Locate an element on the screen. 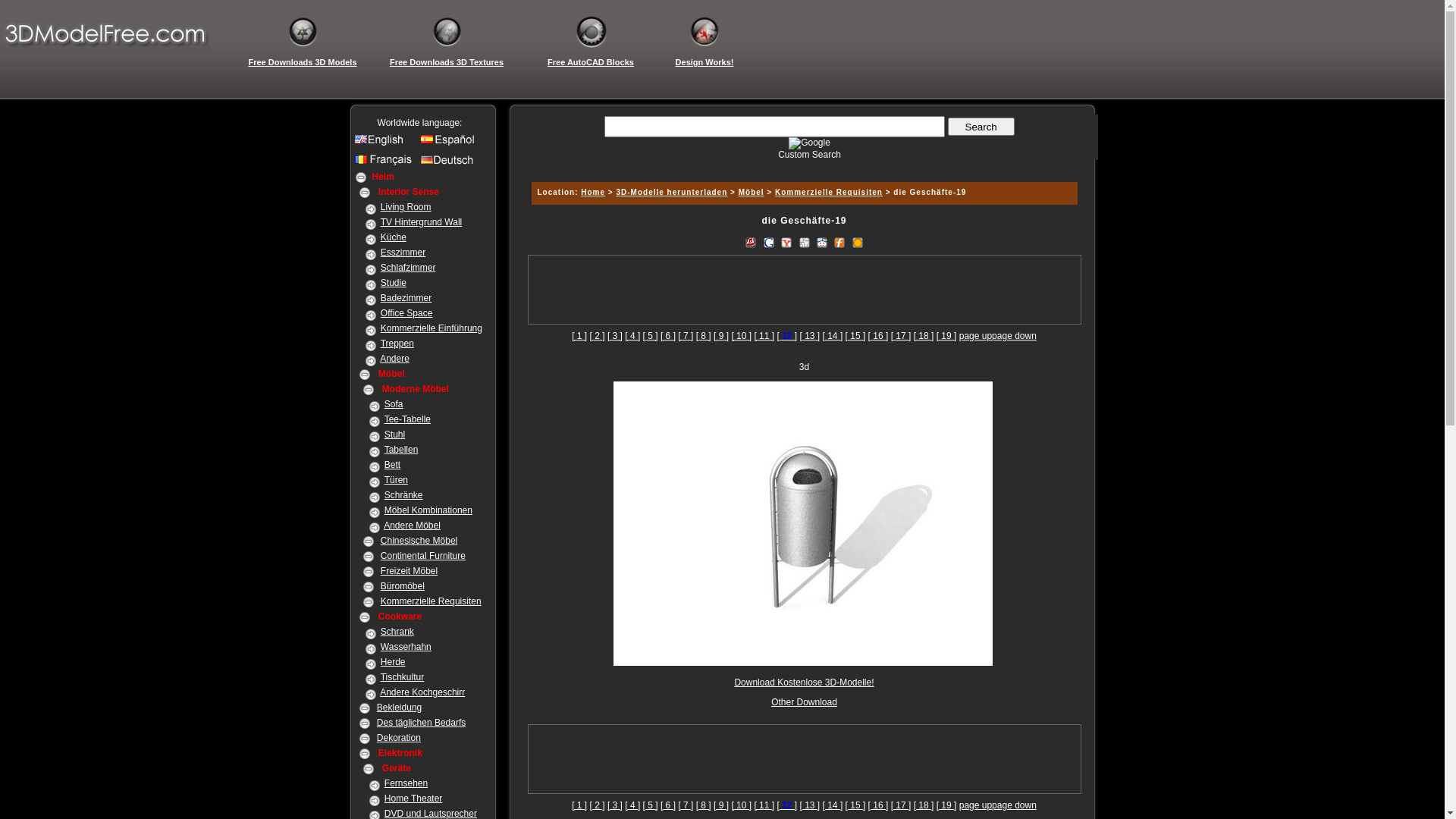 The width and height of the screenshot is (1456, 819). '[ 12 ]' is located at coordinates (776, 804).